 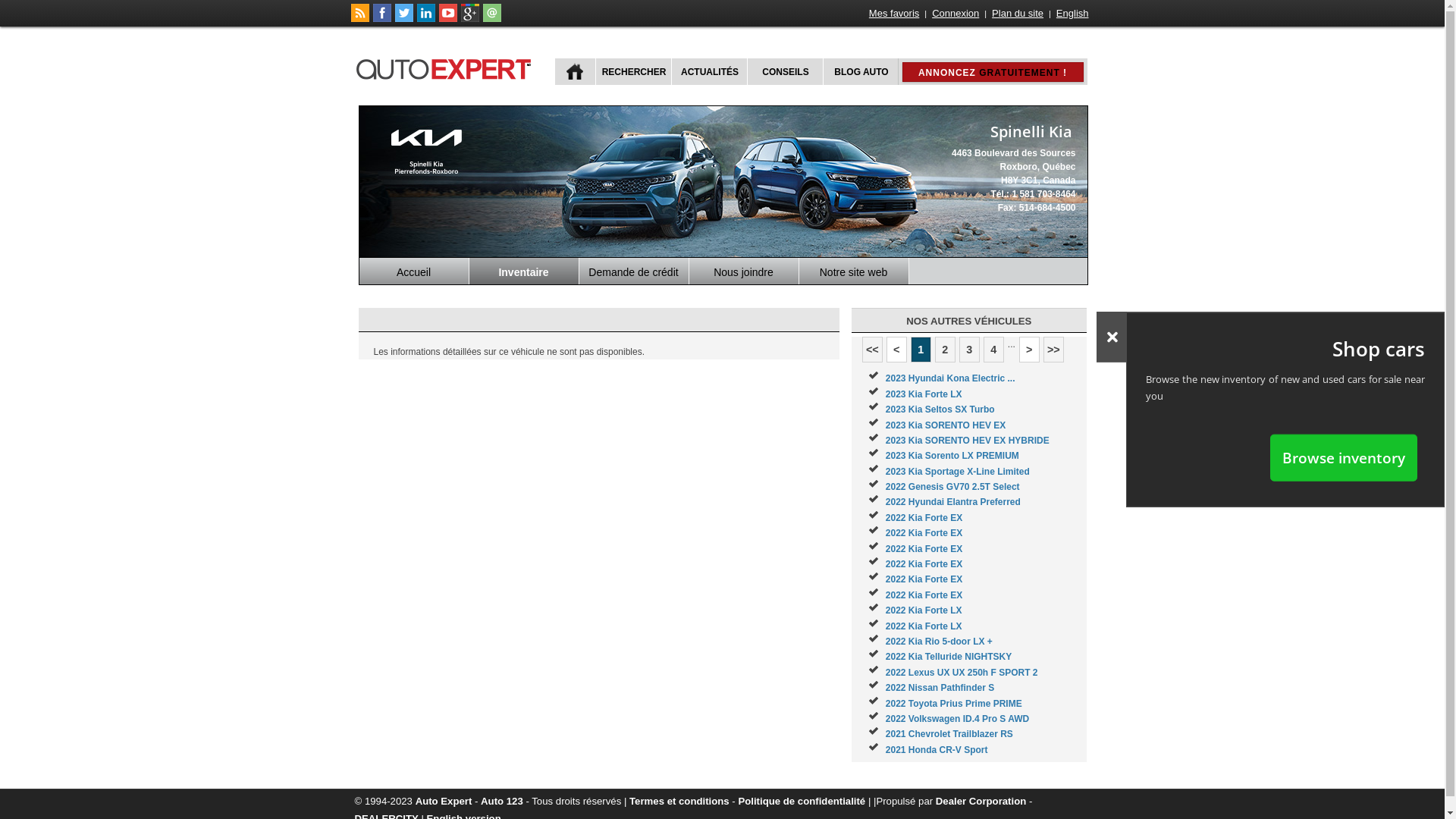 What do you see at coordinates (1054, 13) in the screenshot?
I see `'English'` at bounding box center [1054, 13].